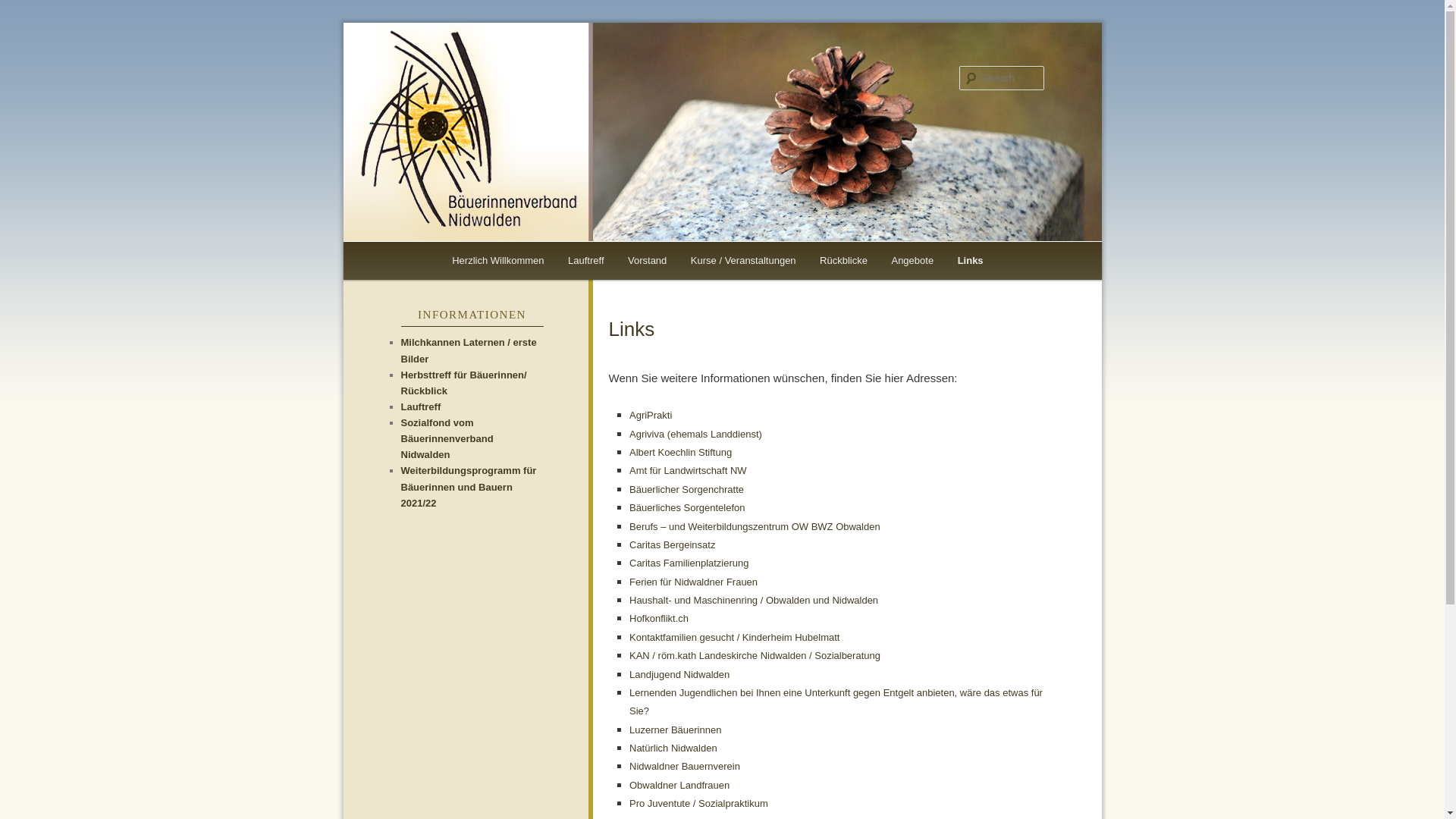  I want to click on 'Skip to secondary content', so click(468, 259).